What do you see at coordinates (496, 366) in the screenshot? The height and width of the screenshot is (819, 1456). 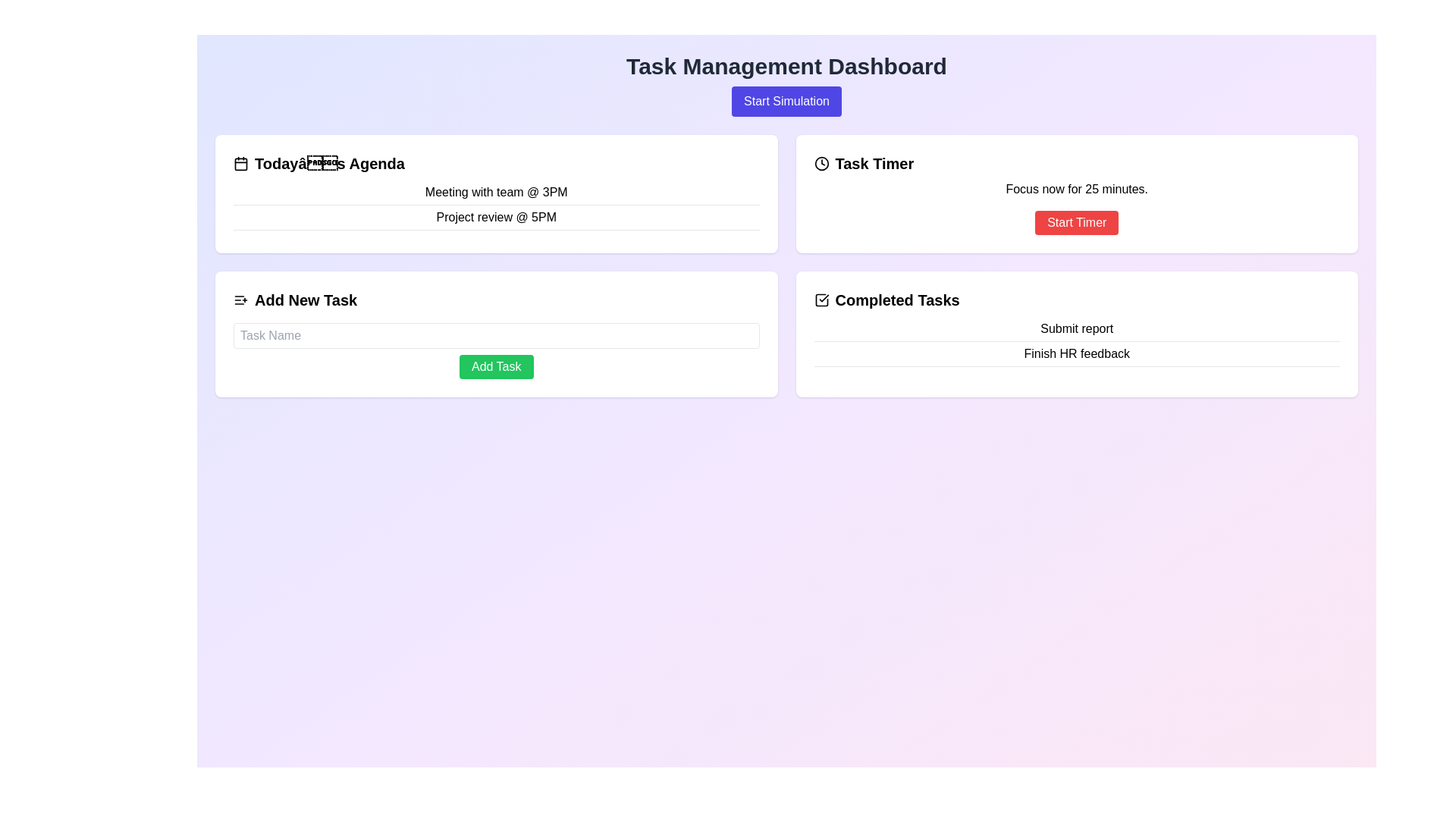 I see `the 'Add New Task' button located below the 'Task Name' input field` at bounding box center [496, 366].